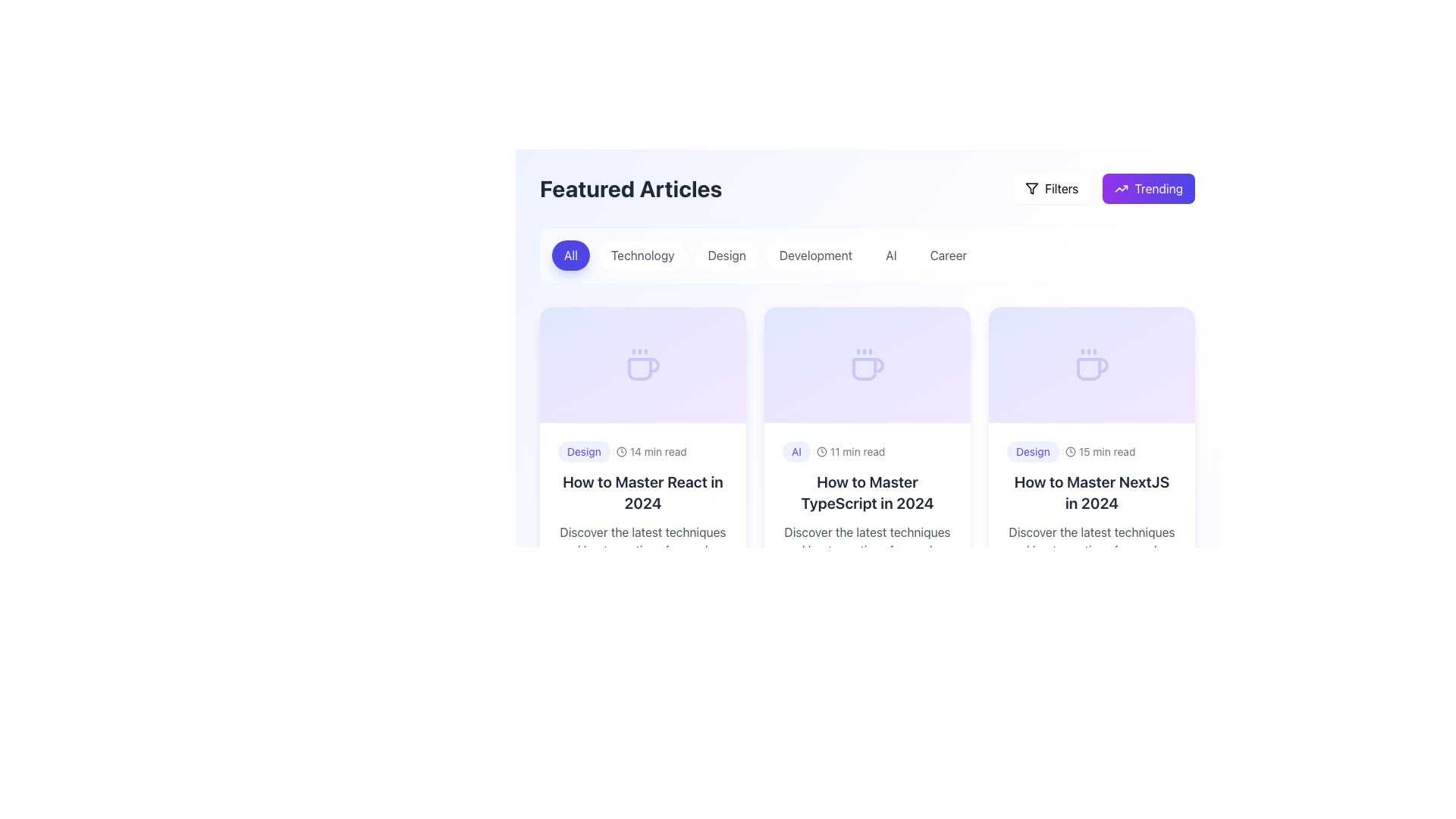 The width and height of the screenshot is (1456, 819). What do you see at coordinates (642, 254) in the screenshot?
I see `the 'Technology' filter button located in the horizontal row of category buttons below the 'Featured Articles' header` at bounding box center [642, 254].